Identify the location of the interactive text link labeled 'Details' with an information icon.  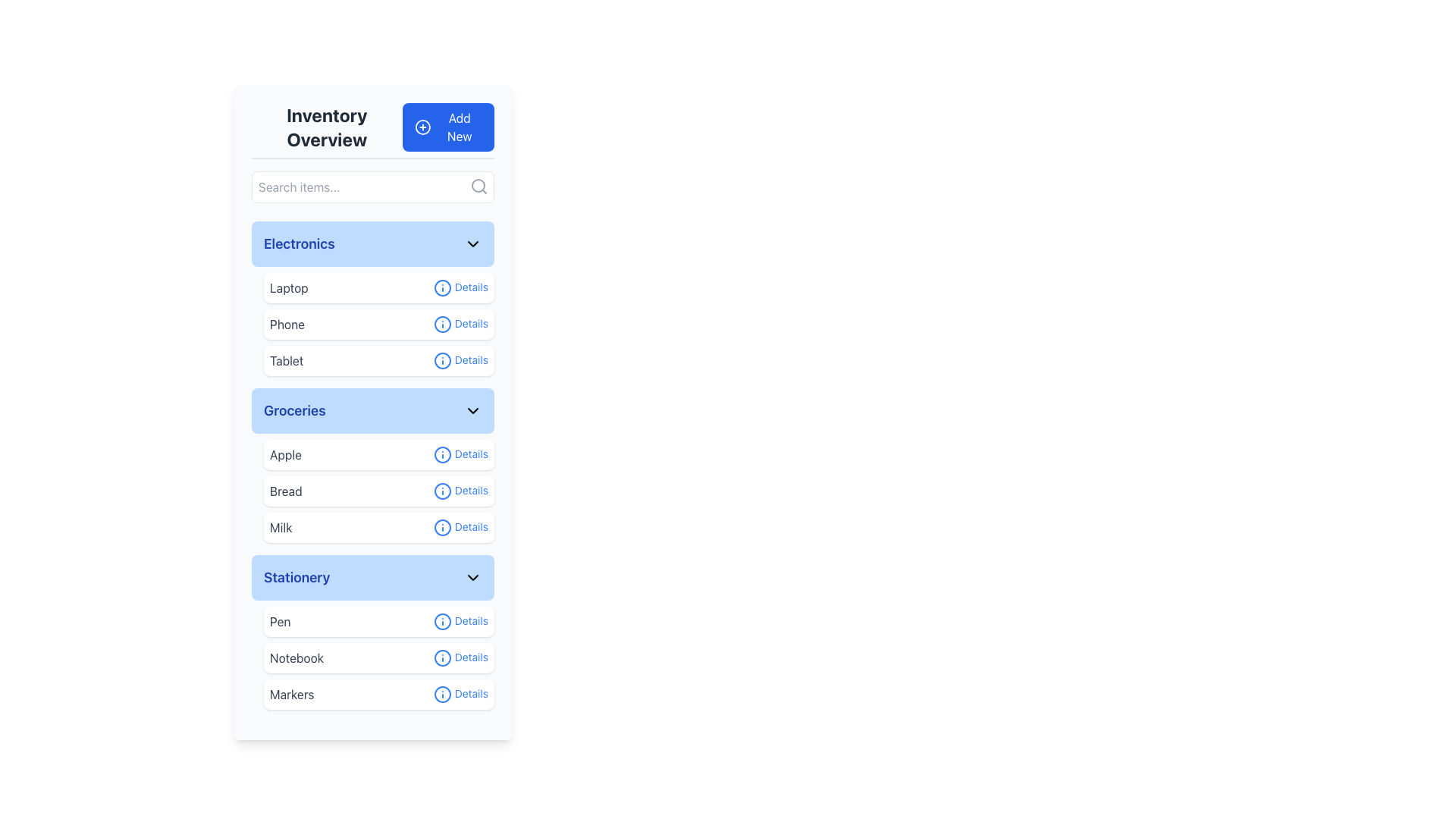
(460, 657).